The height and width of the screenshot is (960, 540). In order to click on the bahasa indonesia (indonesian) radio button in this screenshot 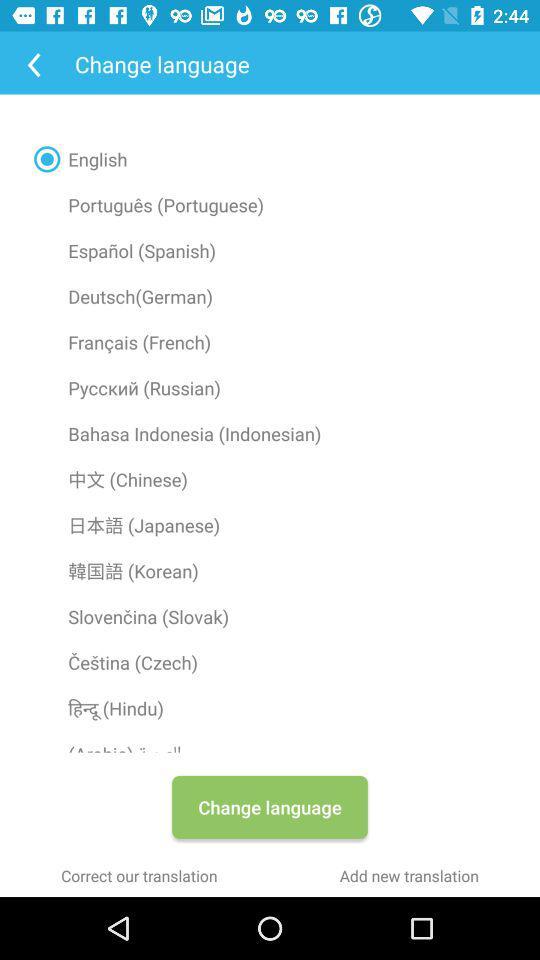, I will do `click(270, 433)`.